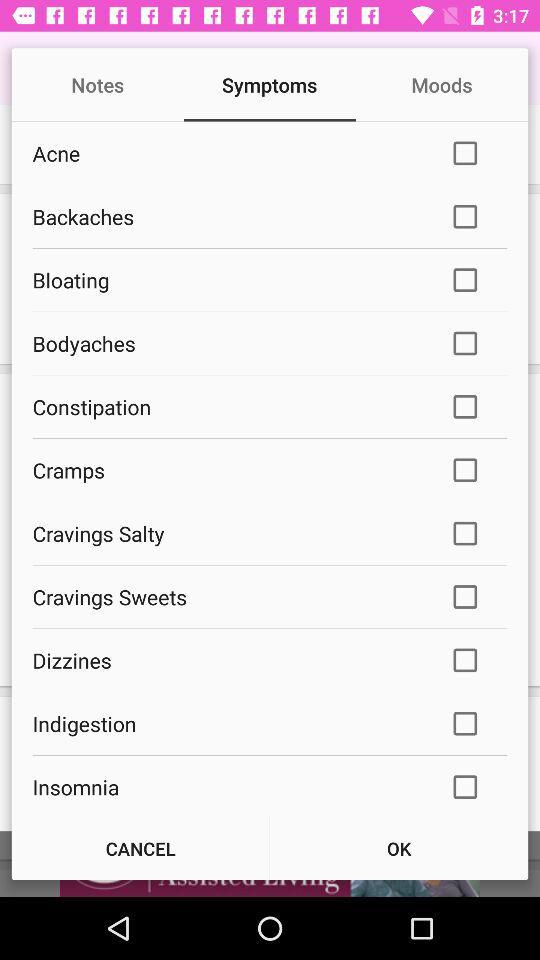  What do you see at coordinates (226, 216) in the screenshot?
I see `backaches item` at bounding box center [226, 216].